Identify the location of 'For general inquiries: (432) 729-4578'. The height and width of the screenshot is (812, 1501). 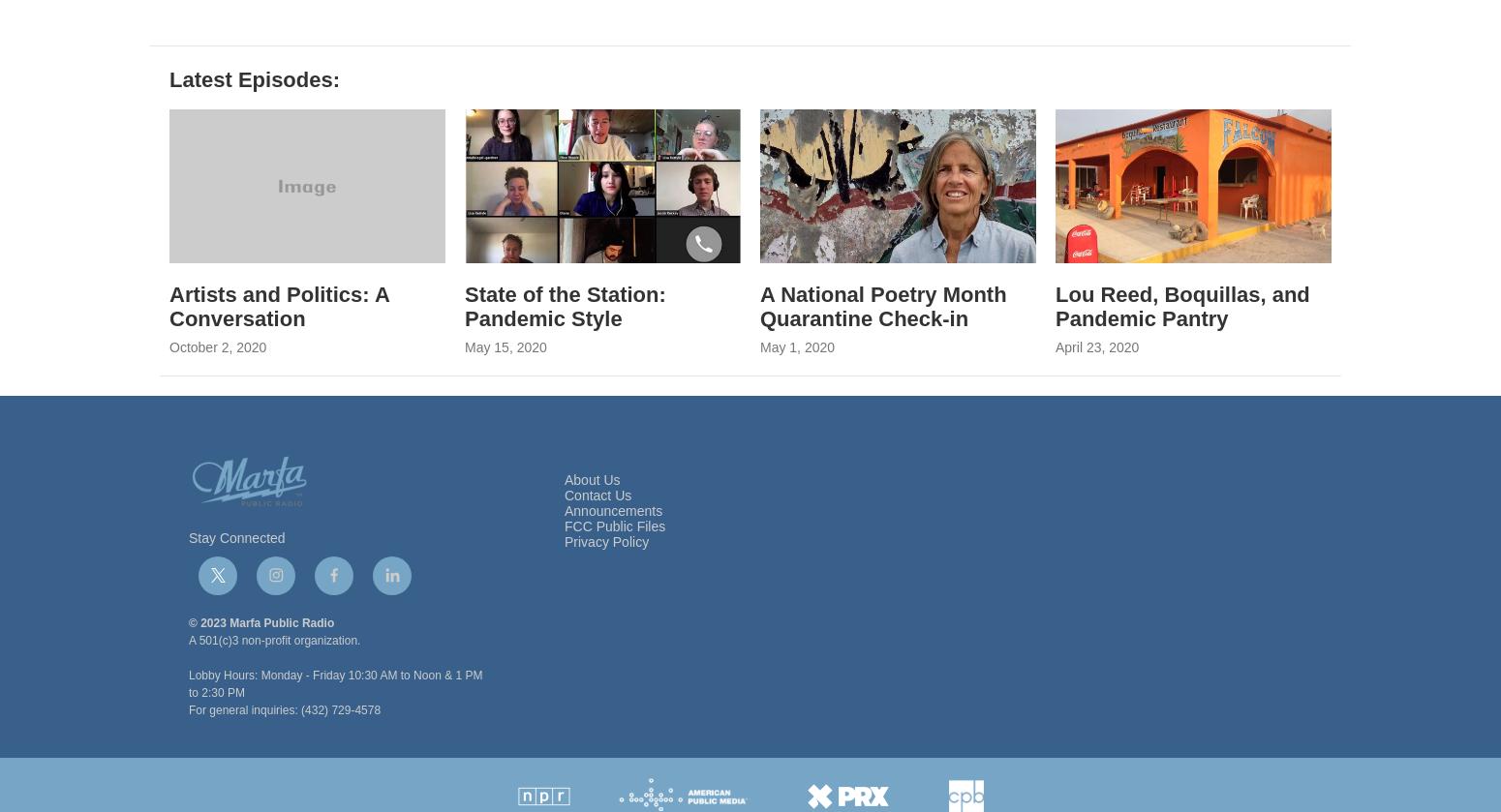
(285, 757).